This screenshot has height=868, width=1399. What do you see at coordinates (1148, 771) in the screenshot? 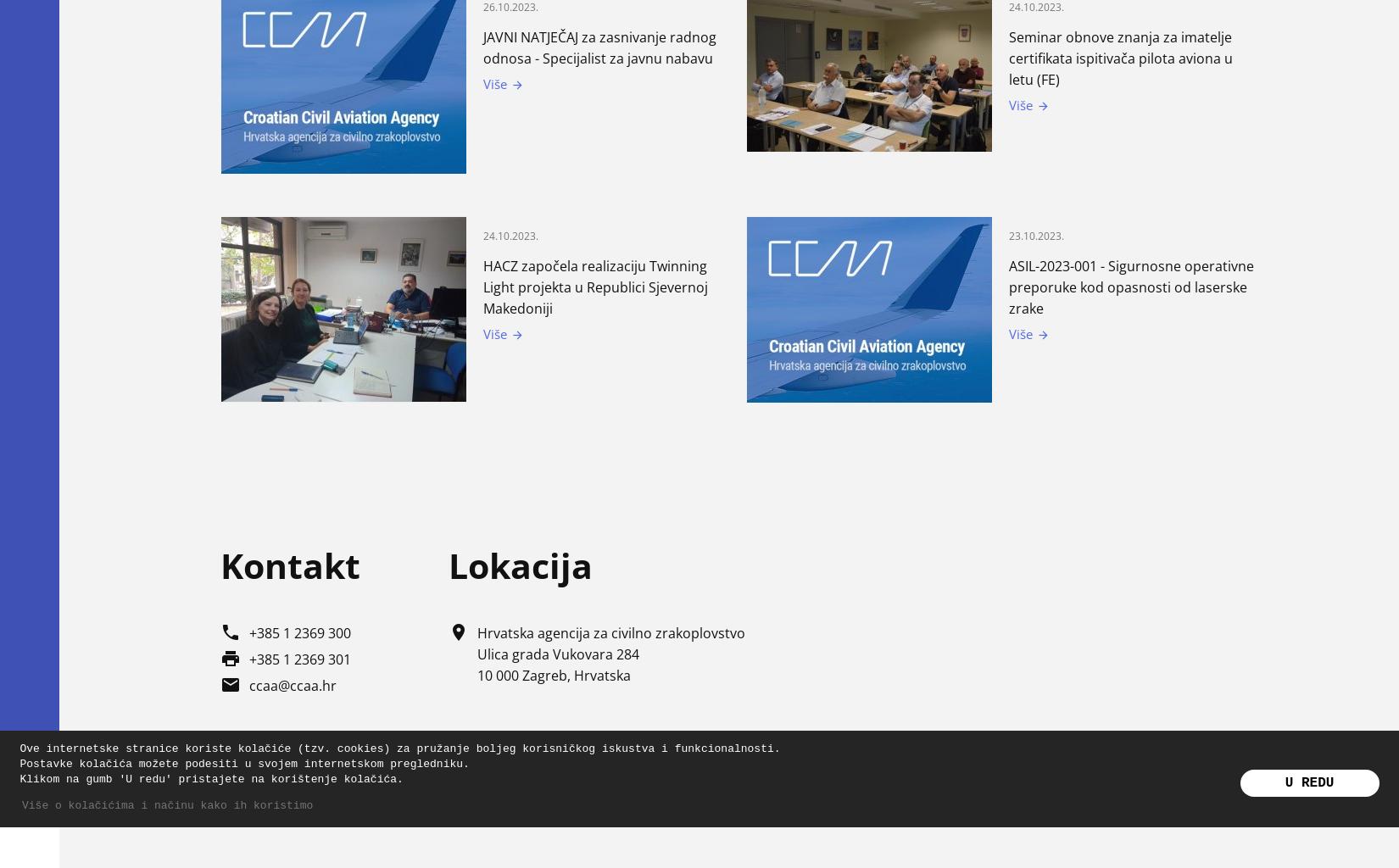
I see `'Politika privatnosti'` at bounding box center [1148, 771].